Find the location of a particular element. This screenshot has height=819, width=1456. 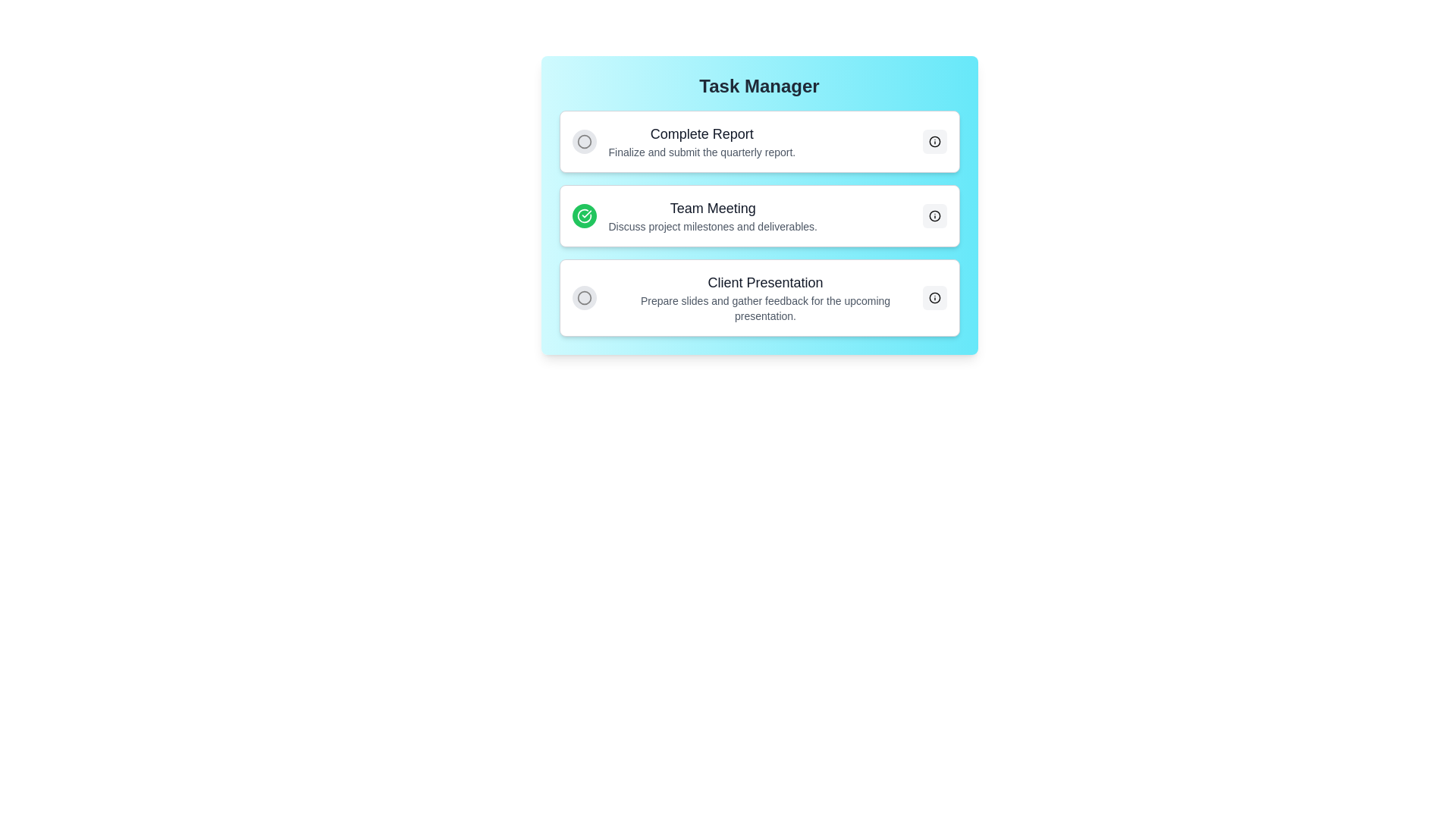

the first interactive information card in the Task Manager is located at coordinates (759, 141).